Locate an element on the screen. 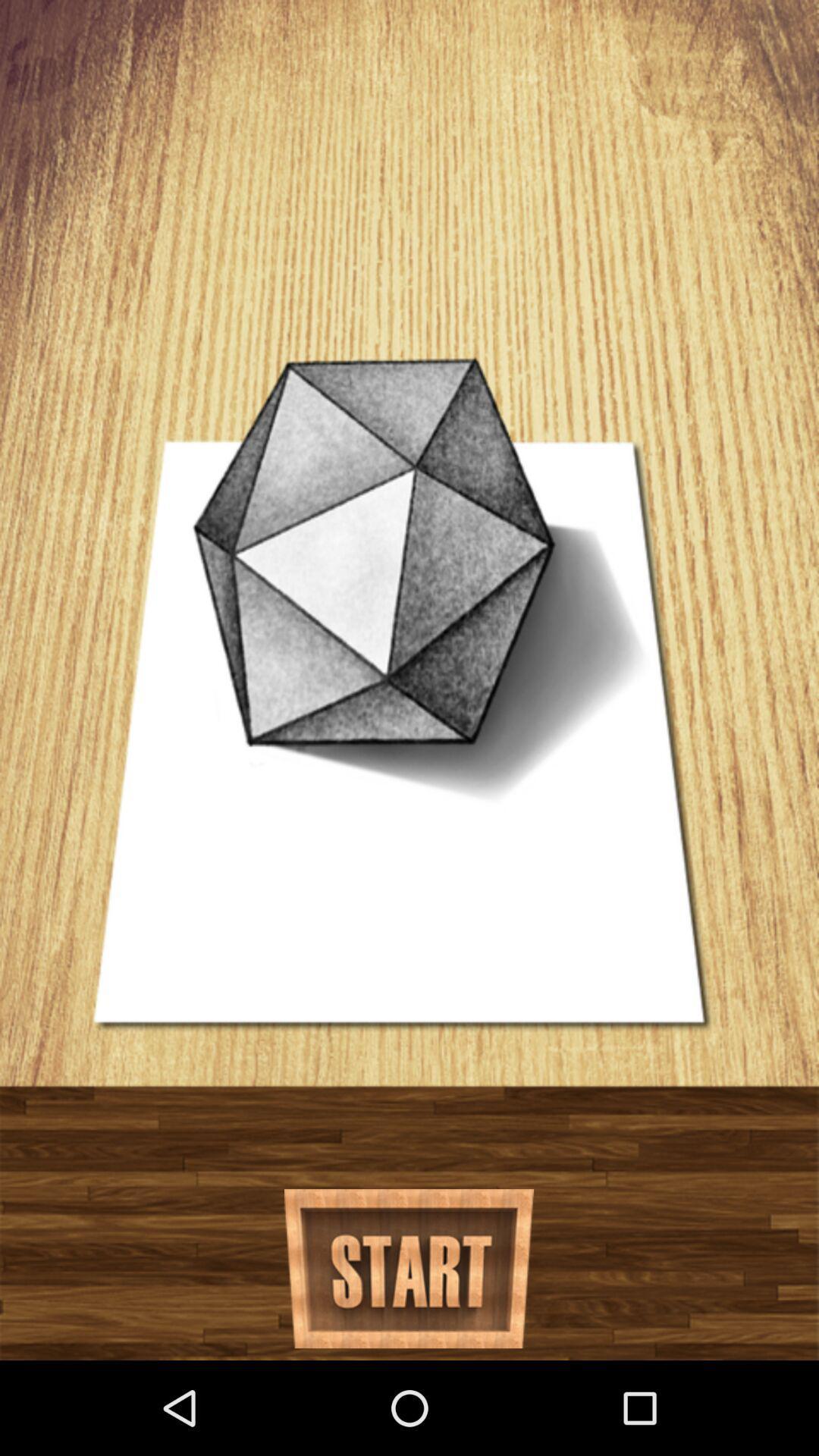  start the drawing instruction is located at coordinates (408, 1269).